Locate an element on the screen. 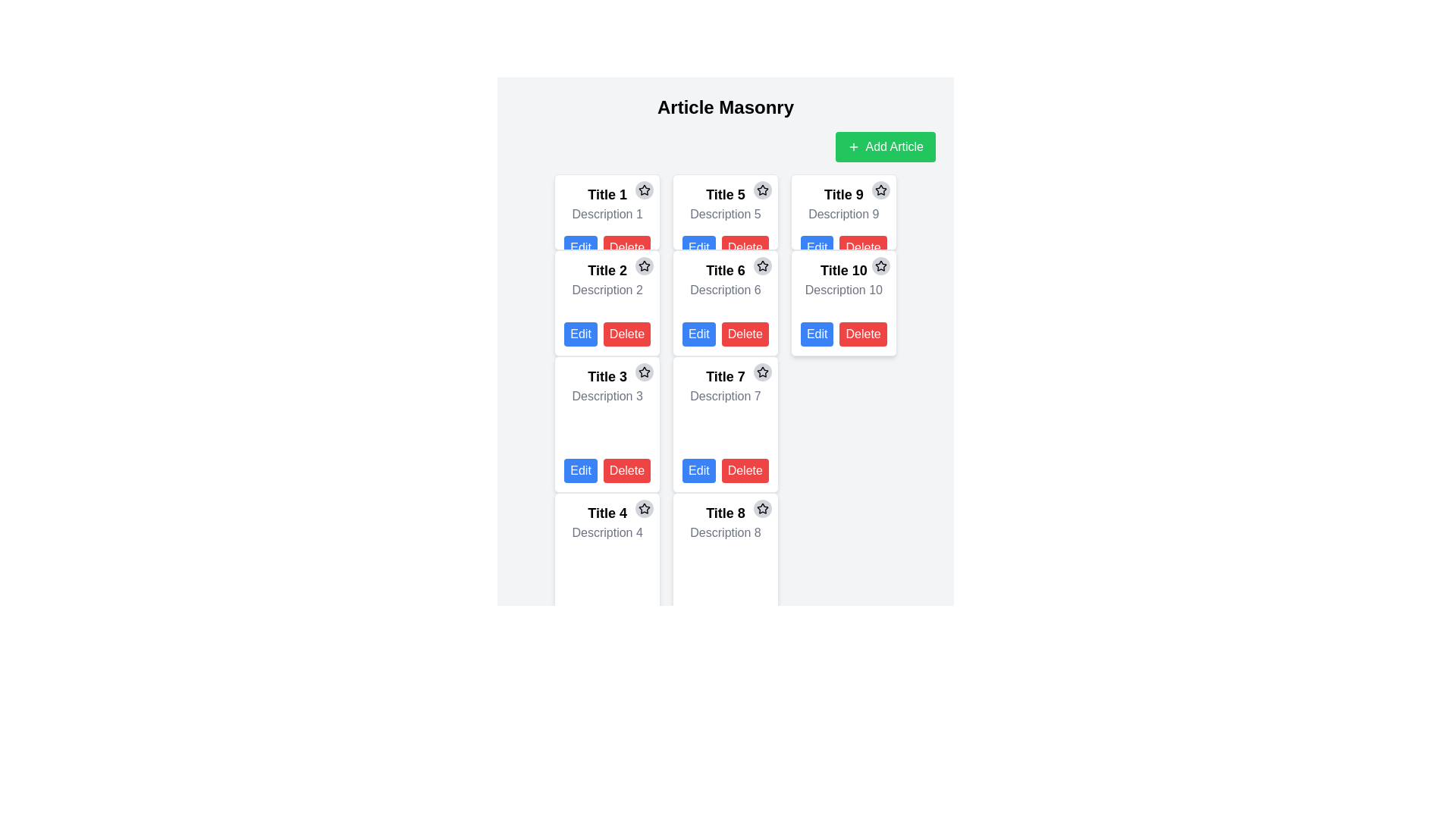  the text label displaying 'Description 2' which is styled in gray color and located between the 'Title 2' heading and the action buttons in the card component is located at coordinates (607, 295).